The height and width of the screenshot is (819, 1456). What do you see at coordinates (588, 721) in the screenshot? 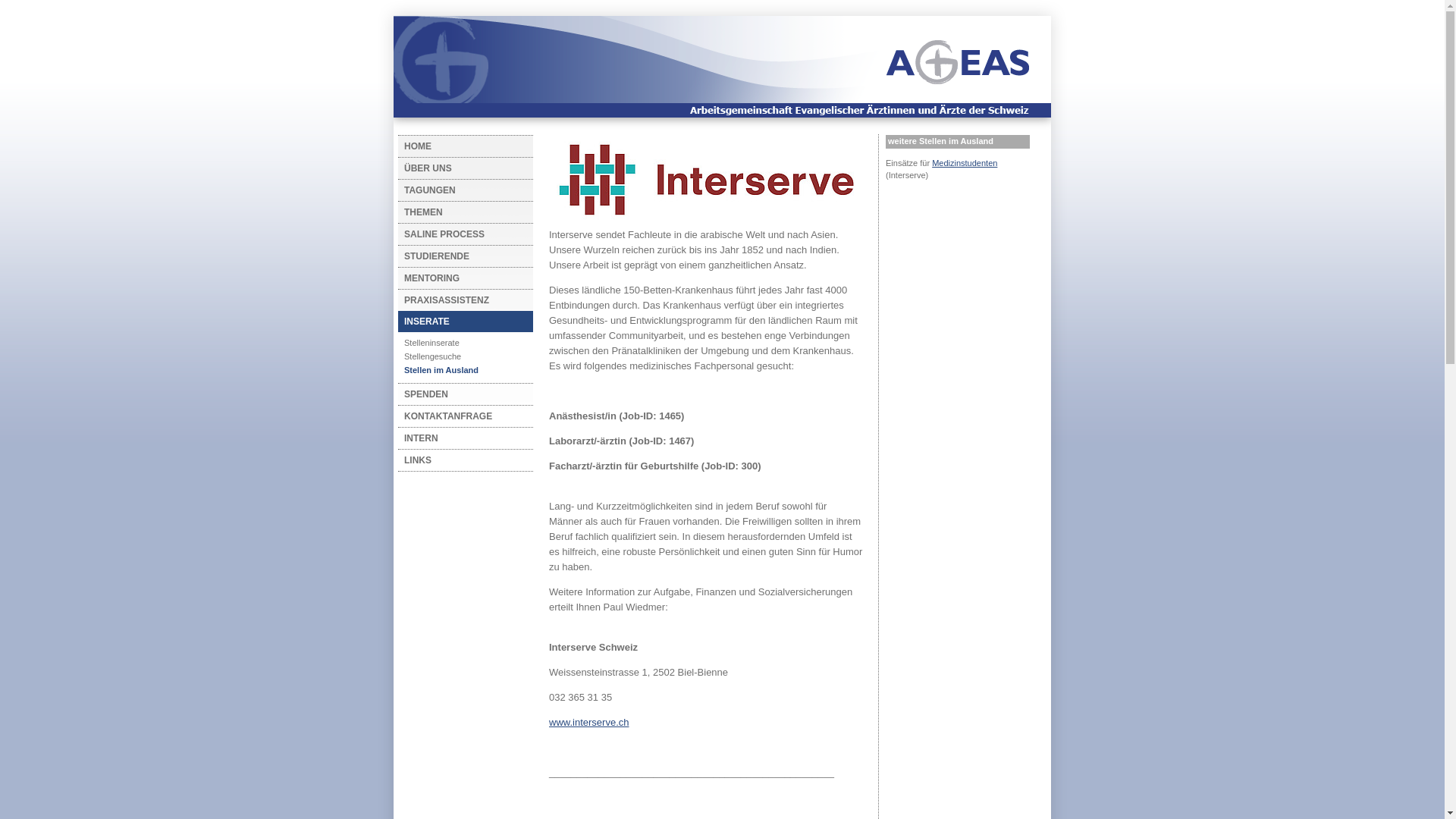
I see `'www.interserve.ch'` at bounding box center [588, 721].